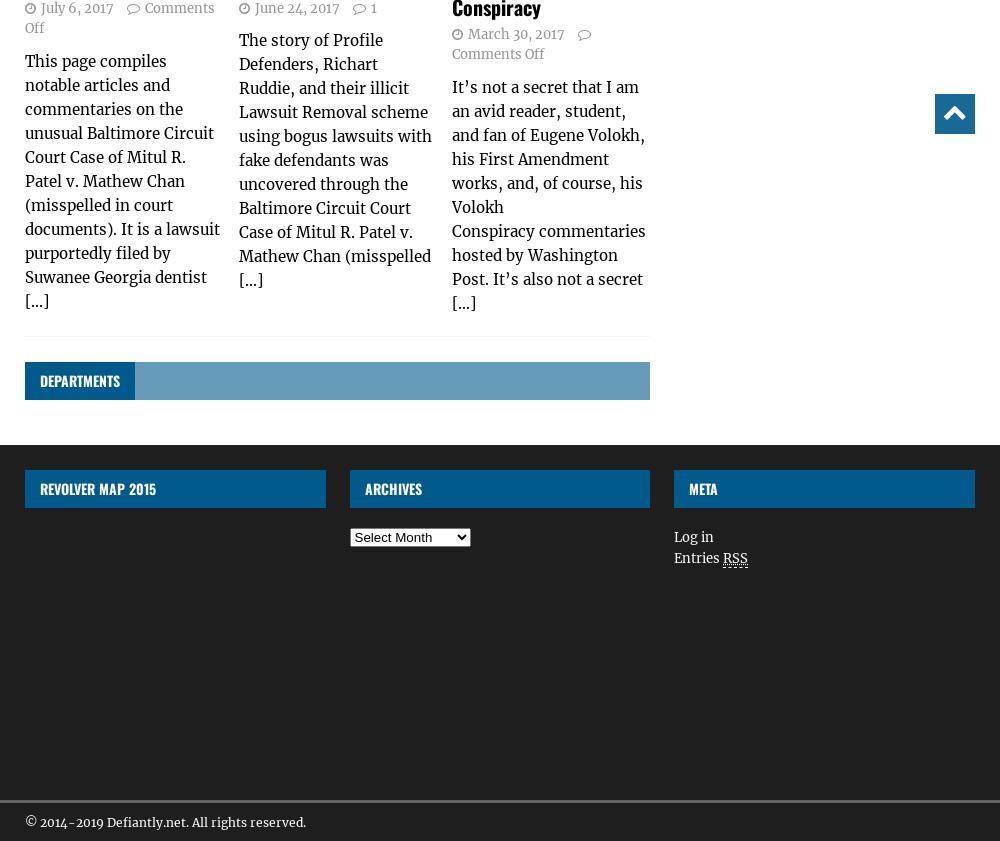 This screenshot has height=841, width=1000. I want to click on 'Log in', so click(693, 537).